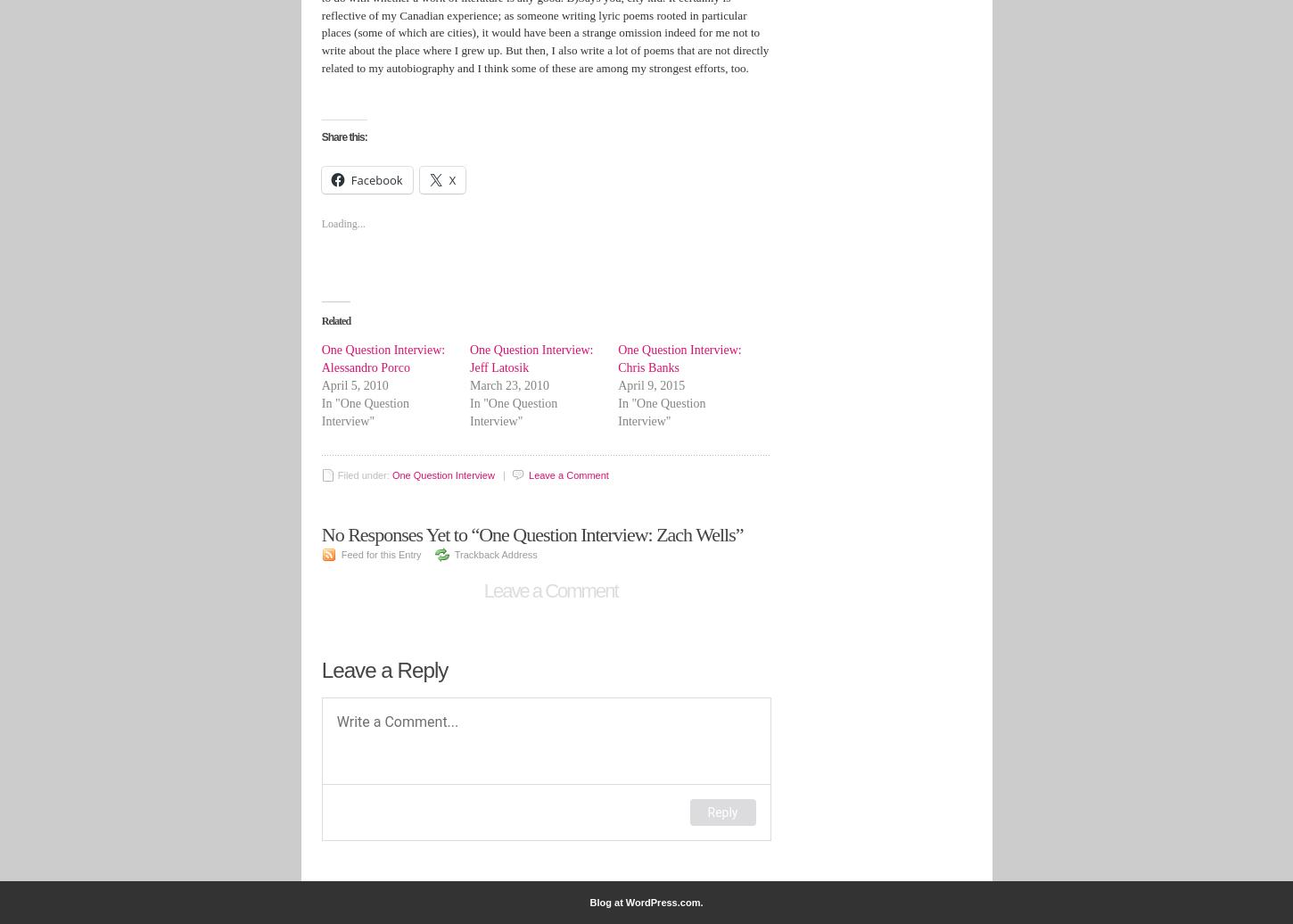  Describe the element at coordinates (363, 475) in the screenshot. I see `'Filed under:'` at that location.